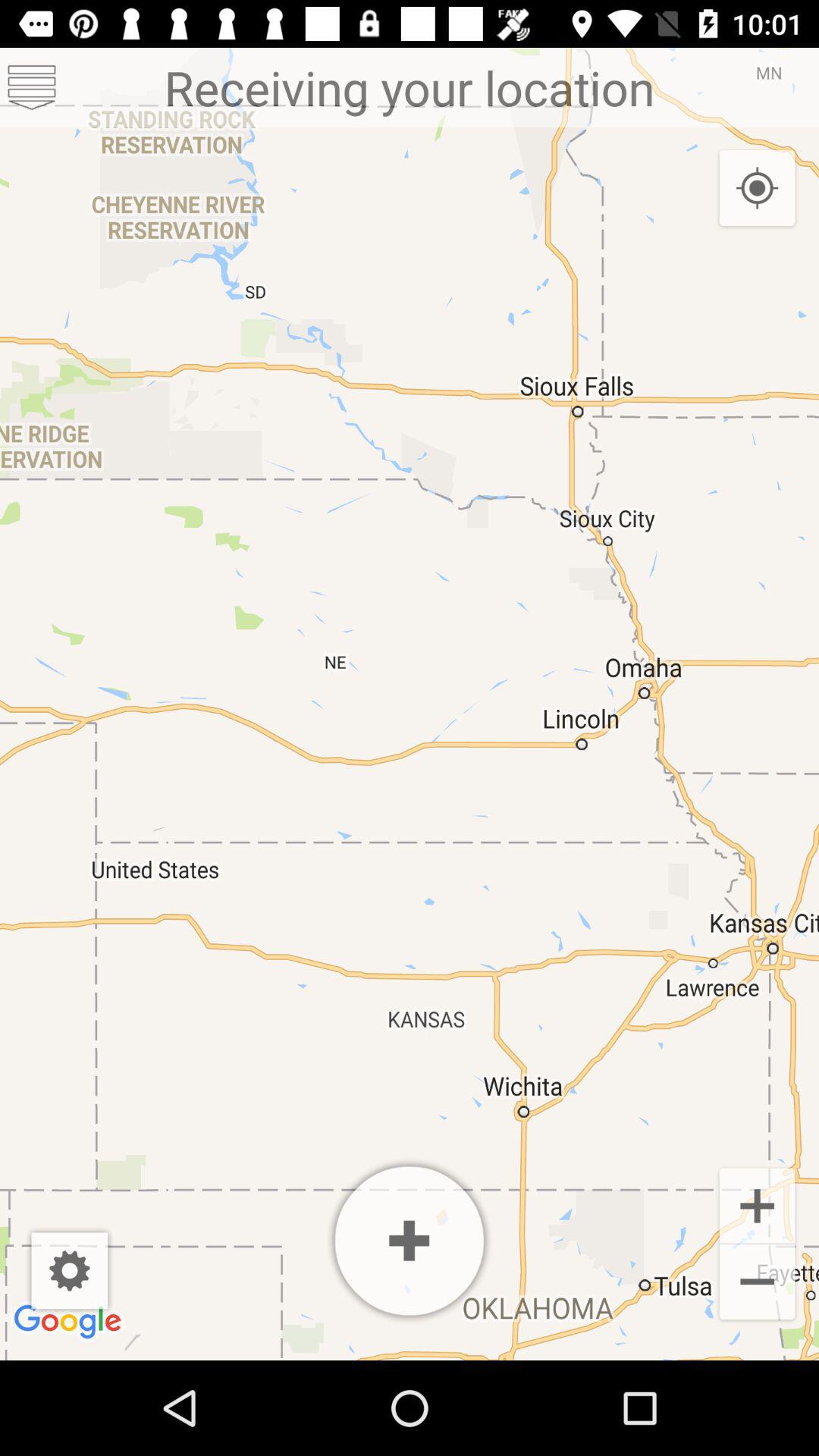  What do you see at coordinates (757, 188) in the screenshot?
I see `the item at the top right corner` at bounding box center [757, 188].